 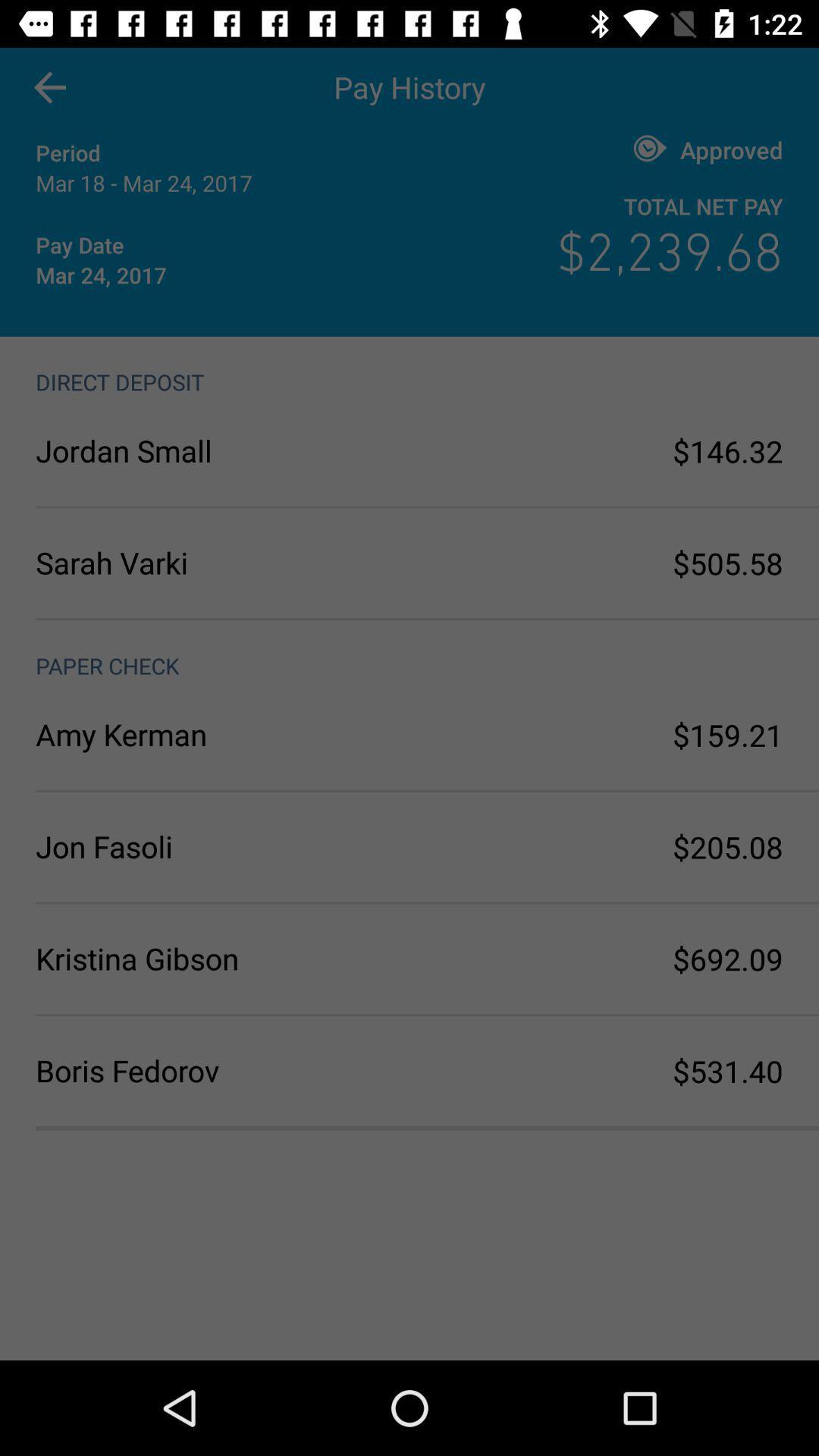 I want to click on app next to the sarah varki item, so click(x=727, y=562).